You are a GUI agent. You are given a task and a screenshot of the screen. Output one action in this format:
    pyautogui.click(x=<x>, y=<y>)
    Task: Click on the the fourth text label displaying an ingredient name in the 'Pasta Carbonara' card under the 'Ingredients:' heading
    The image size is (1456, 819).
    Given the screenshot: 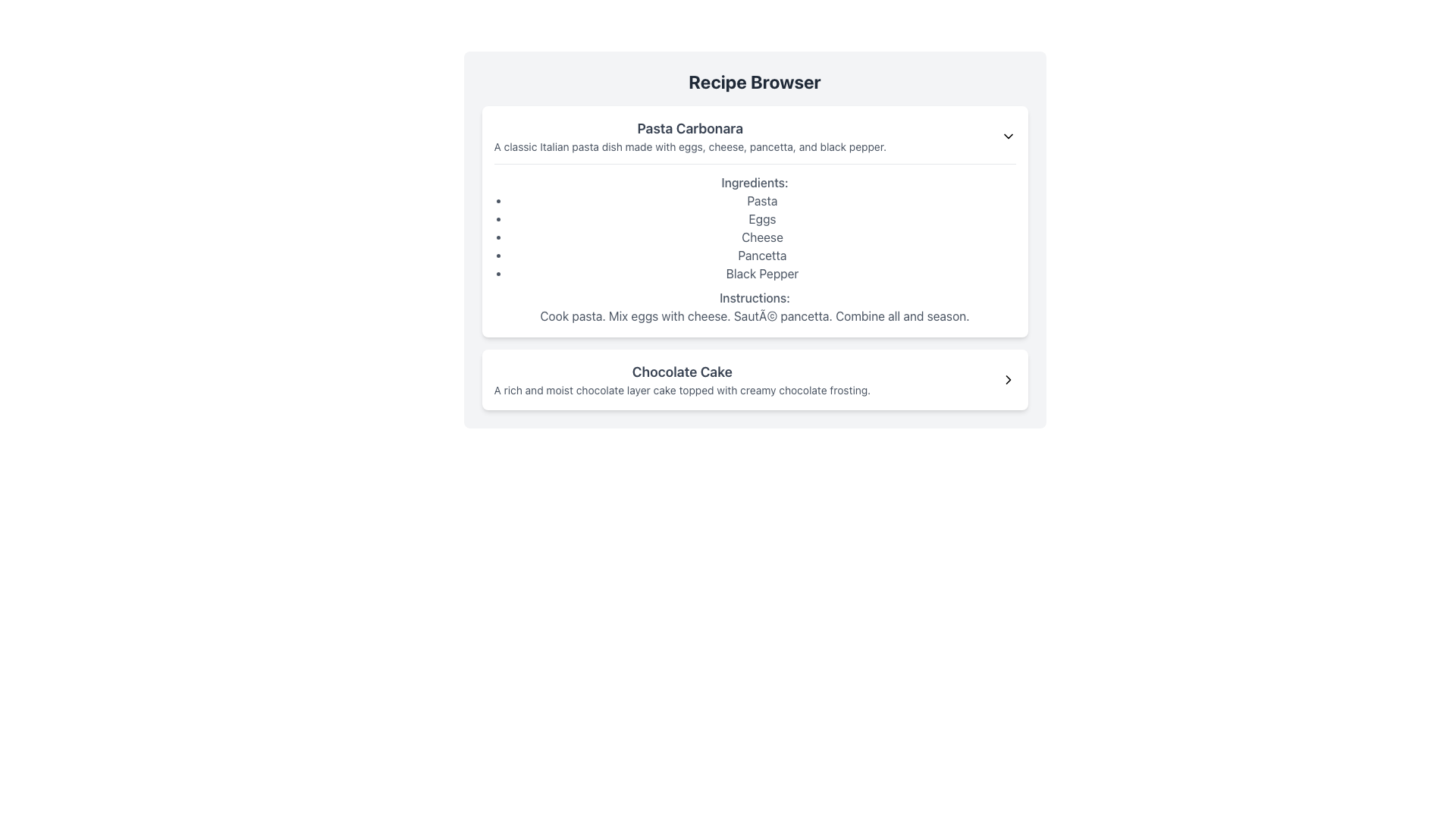 What is the action you would take?
    pyautogui.click(x=762, y=254)
    